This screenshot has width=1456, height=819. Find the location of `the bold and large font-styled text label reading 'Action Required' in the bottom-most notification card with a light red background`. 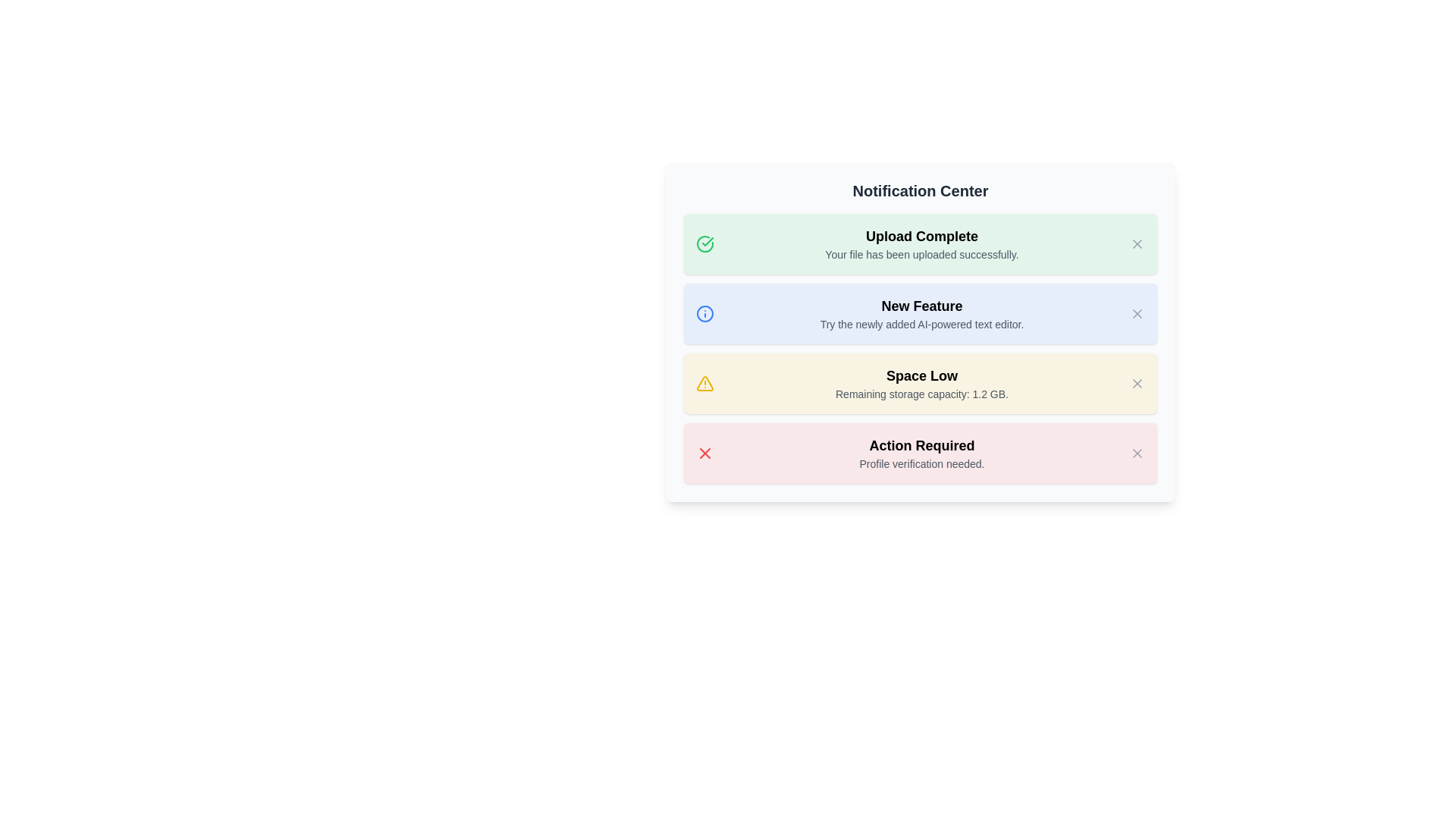

the bold and large font-styled text label reading 'Action Required' in the bottom-most notification card with a light red background is located at coordinates (921, 444).